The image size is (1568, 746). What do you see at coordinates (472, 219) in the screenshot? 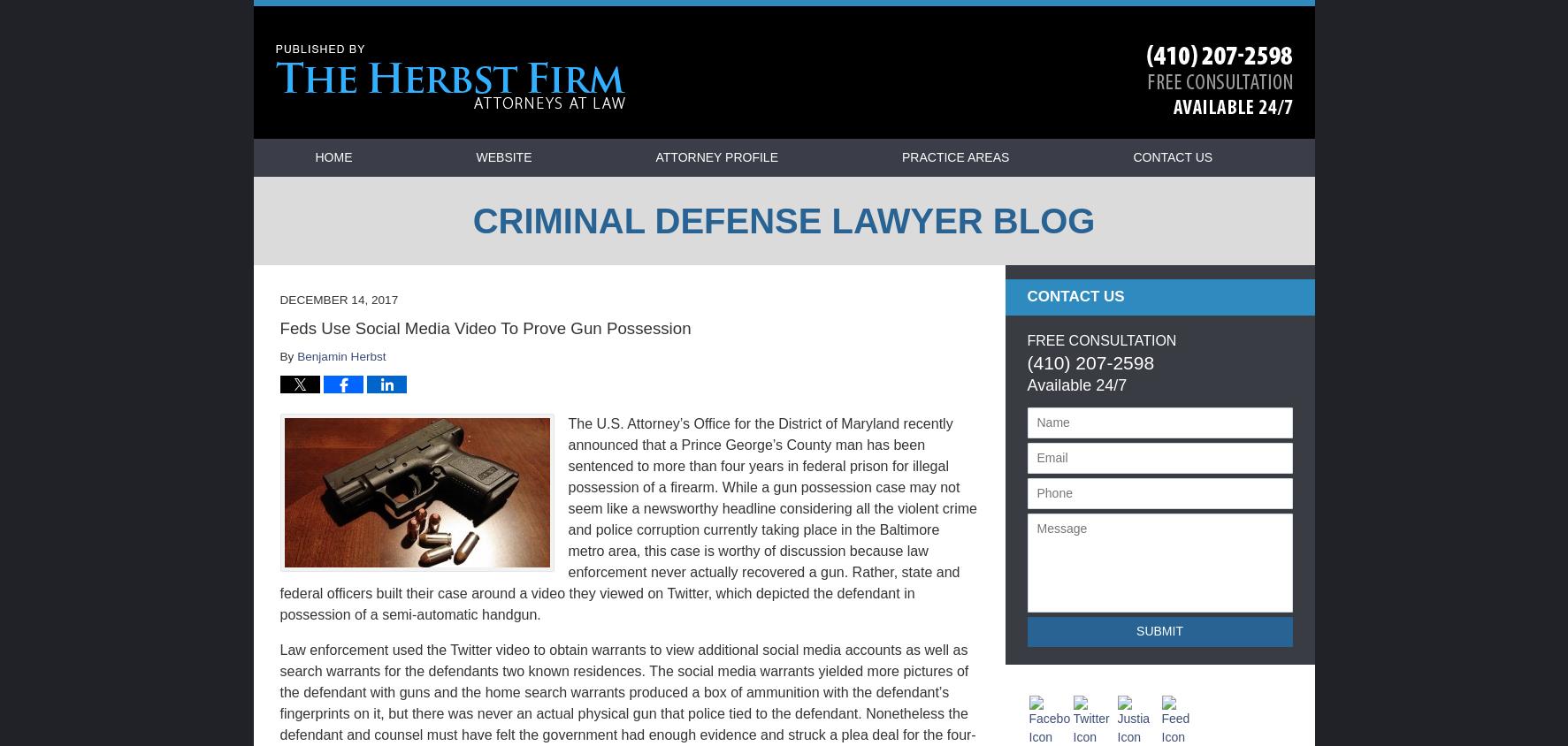
I see `'Criminal Defense Lawyer Blog'` at bounding box center [472, 219].